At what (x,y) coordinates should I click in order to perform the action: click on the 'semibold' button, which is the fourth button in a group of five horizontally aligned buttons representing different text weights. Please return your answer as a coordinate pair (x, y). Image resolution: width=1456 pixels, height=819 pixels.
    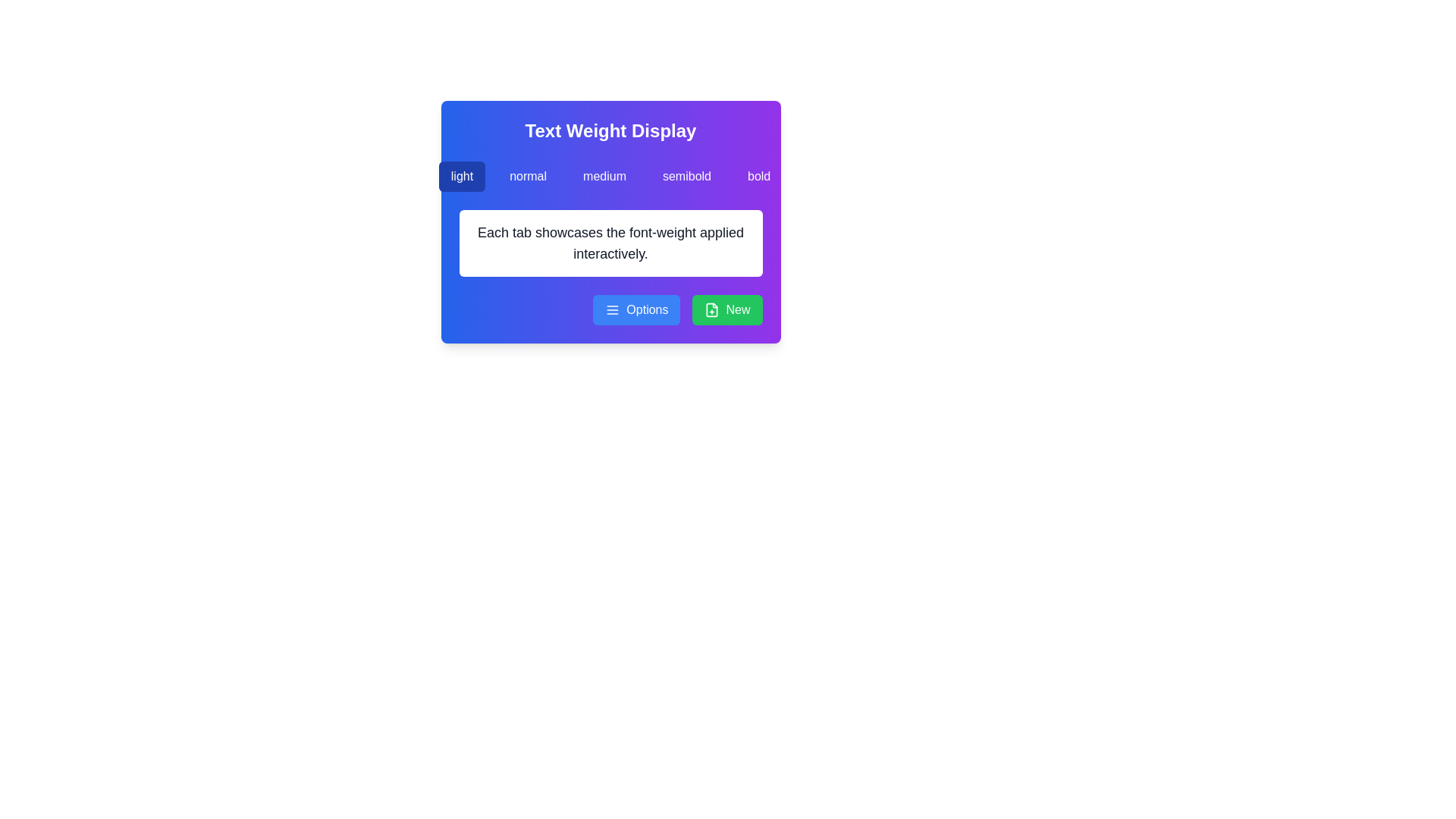
    Looking at the image, I should click on (686, 175).